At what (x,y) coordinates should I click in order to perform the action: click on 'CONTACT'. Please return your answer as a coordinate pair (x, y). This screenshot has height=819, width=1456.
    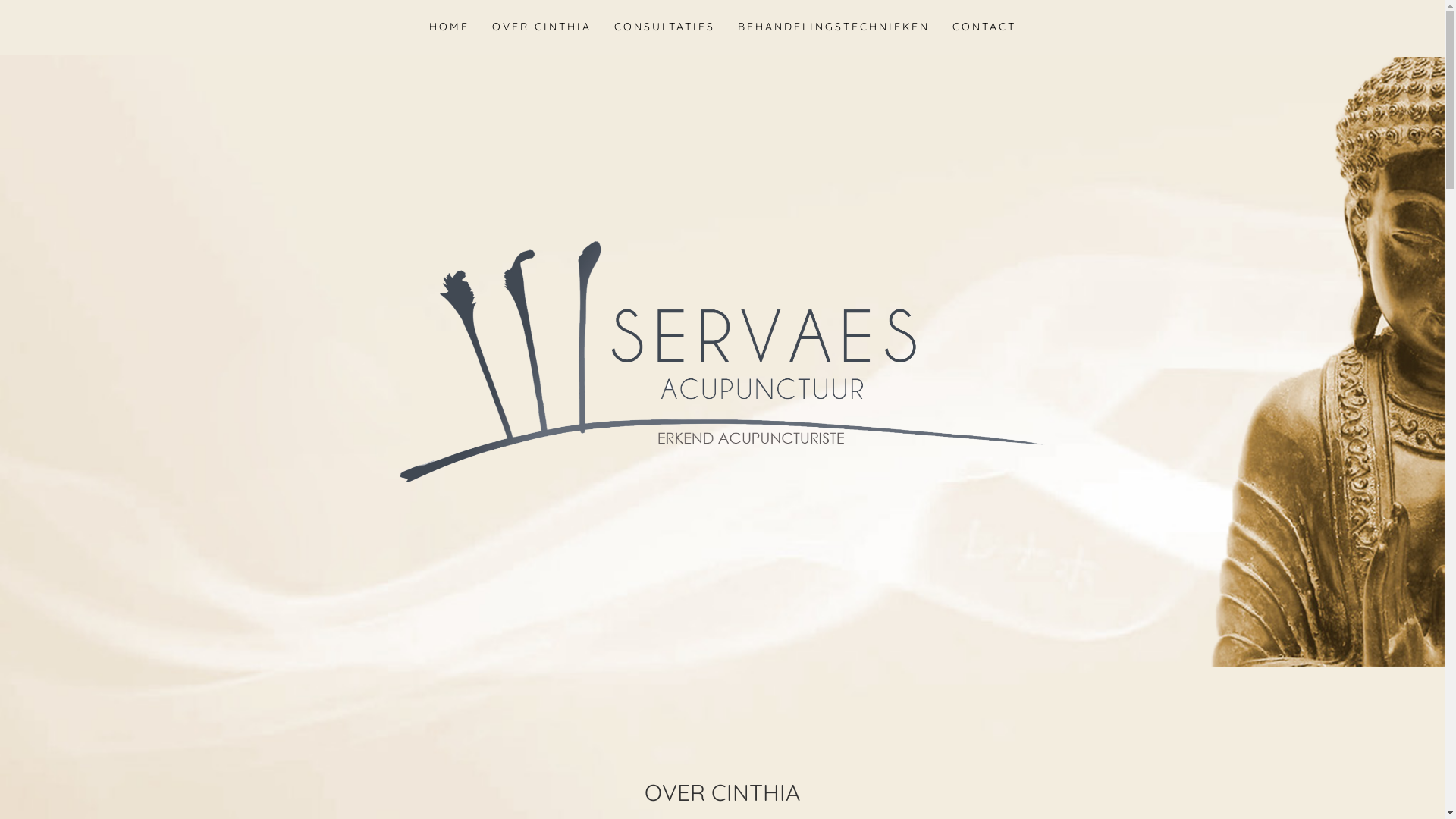
    Looking at the image, I should click on (939, 27).